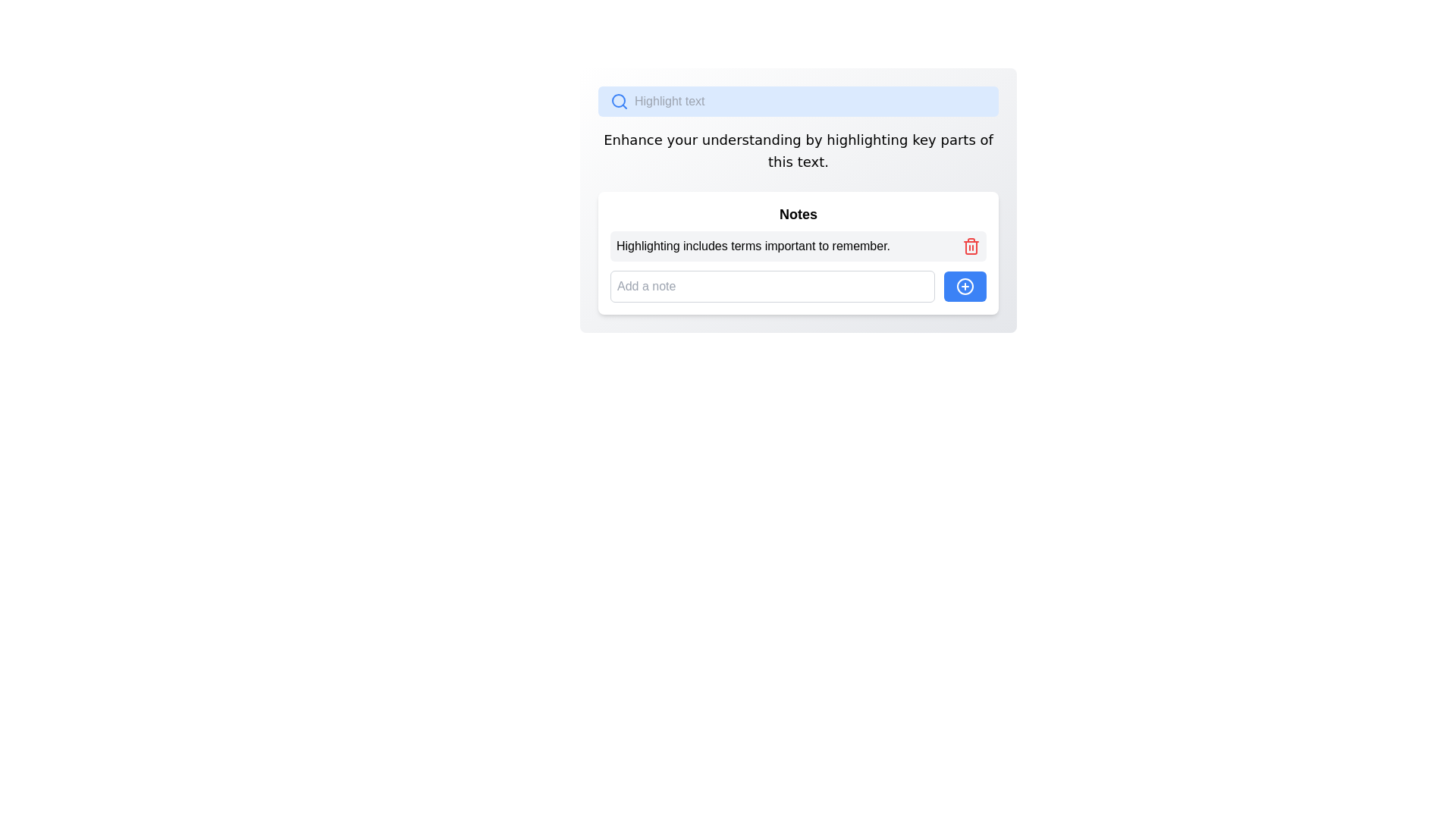 The image size is (1456, 819). Describe the element at coordinates (633, 140) in the screenshot. I see `the lowercase letter 'a' in the word 'Enhance' within the text block that reads 'Enhance your understanding by highlighting key parts of this text.'` at that location.